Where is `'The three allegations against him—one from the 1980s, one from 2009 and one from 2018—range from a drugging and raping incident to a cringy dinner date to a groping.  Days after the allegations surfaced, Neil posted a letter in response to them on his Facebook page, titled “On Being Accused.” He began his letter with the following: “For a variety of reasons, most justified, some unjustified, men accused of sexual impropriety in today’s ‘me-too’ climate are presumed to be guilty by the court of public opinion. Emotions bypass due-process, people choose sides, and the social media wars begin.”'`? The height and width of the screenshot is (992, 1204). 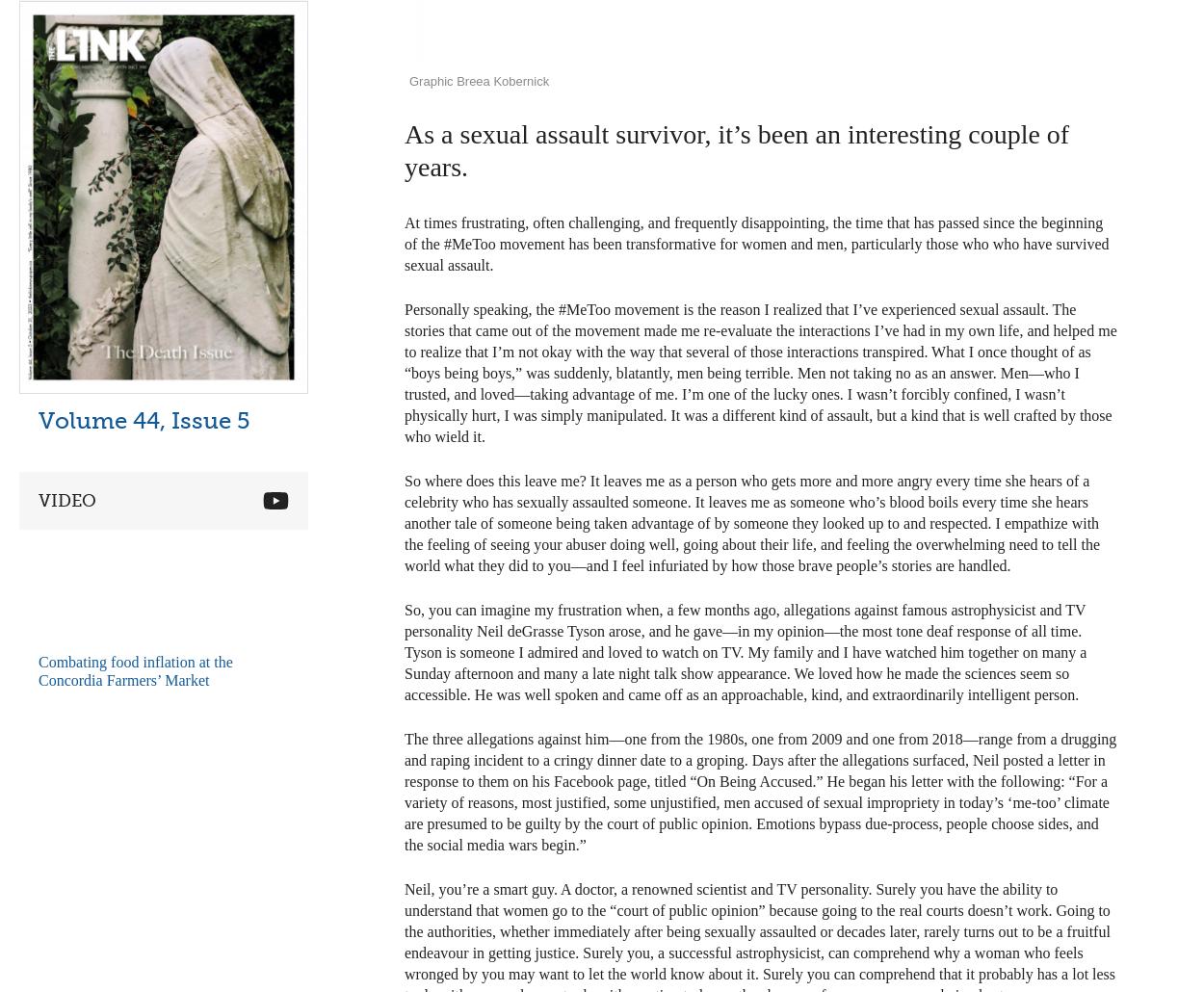 'The three allegations against him—one from the 1980s, one from 2009 and one from 2018—range from a drugging and raping incident to a cringy dinner date to a groping.  Days after the allegations surfaced, Neil posted a letter in response to them on his Facebook page, titled “On Being Accused.” He began his letter with the following: “For a variety of reasons, most justified, some unjustified, men accused of sexual impropriety in today’s ‘me-too’ climate are presumed to be guilty by the court of public opinion. Emotions bypass due-process, people choose sides, and the social media wars begin.”' is located at coordinates (760, 790).